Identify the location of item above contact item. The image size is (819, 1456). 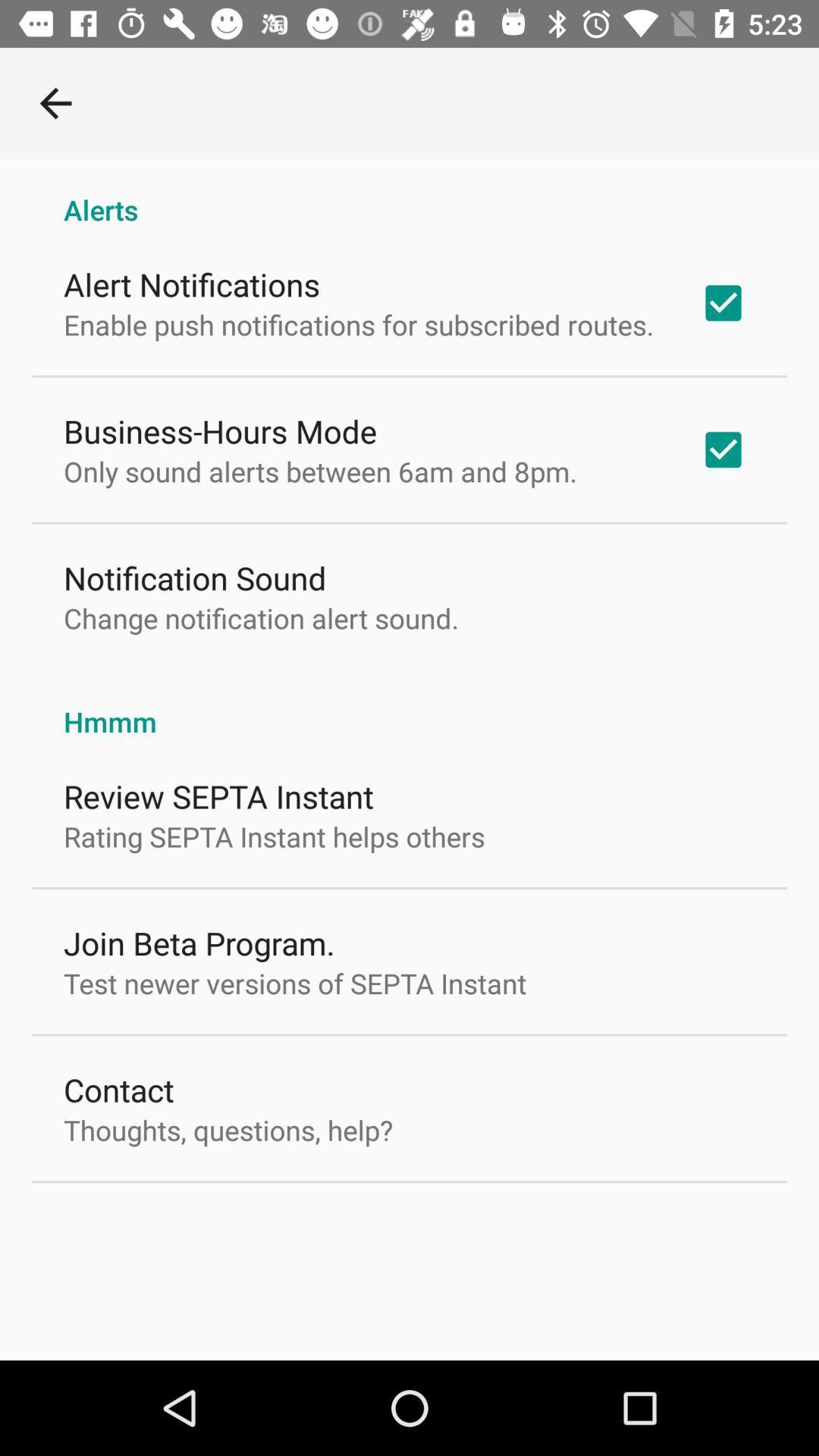
(295, 983).